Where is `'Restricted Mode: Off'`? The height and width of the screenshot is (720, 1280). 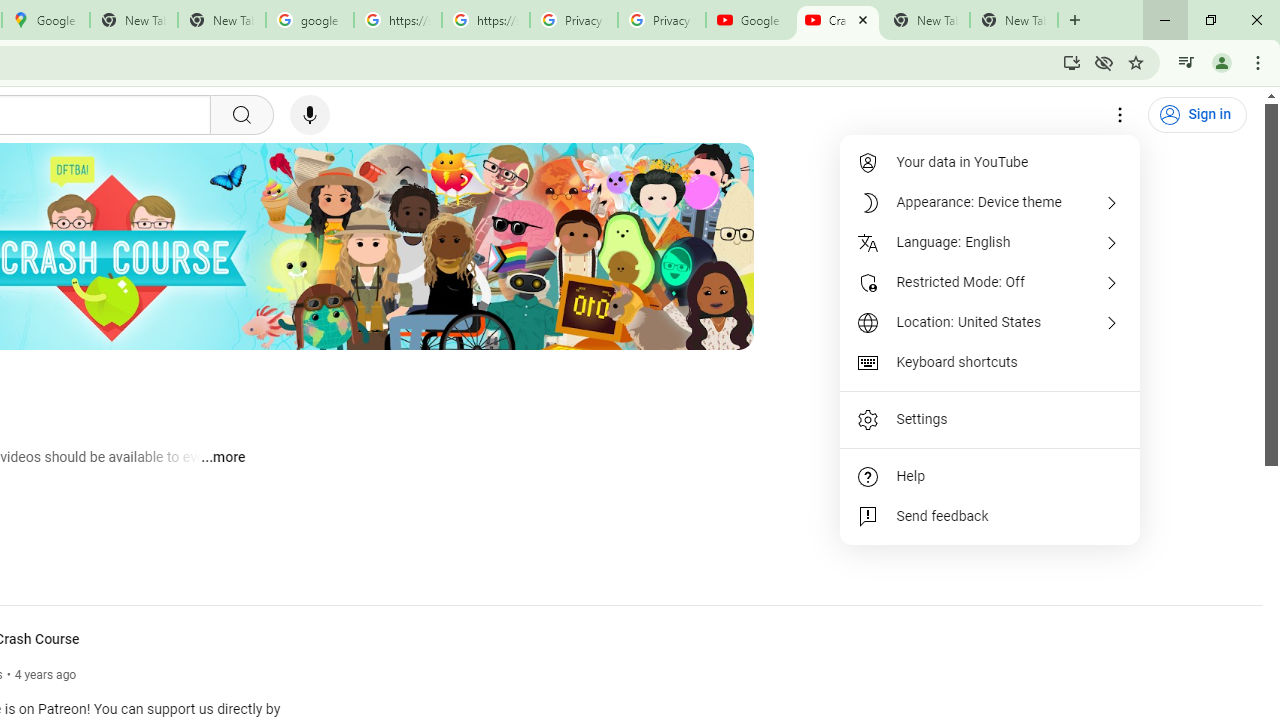 'Restricted Mode: Off' is located at coordinates (990, 282).